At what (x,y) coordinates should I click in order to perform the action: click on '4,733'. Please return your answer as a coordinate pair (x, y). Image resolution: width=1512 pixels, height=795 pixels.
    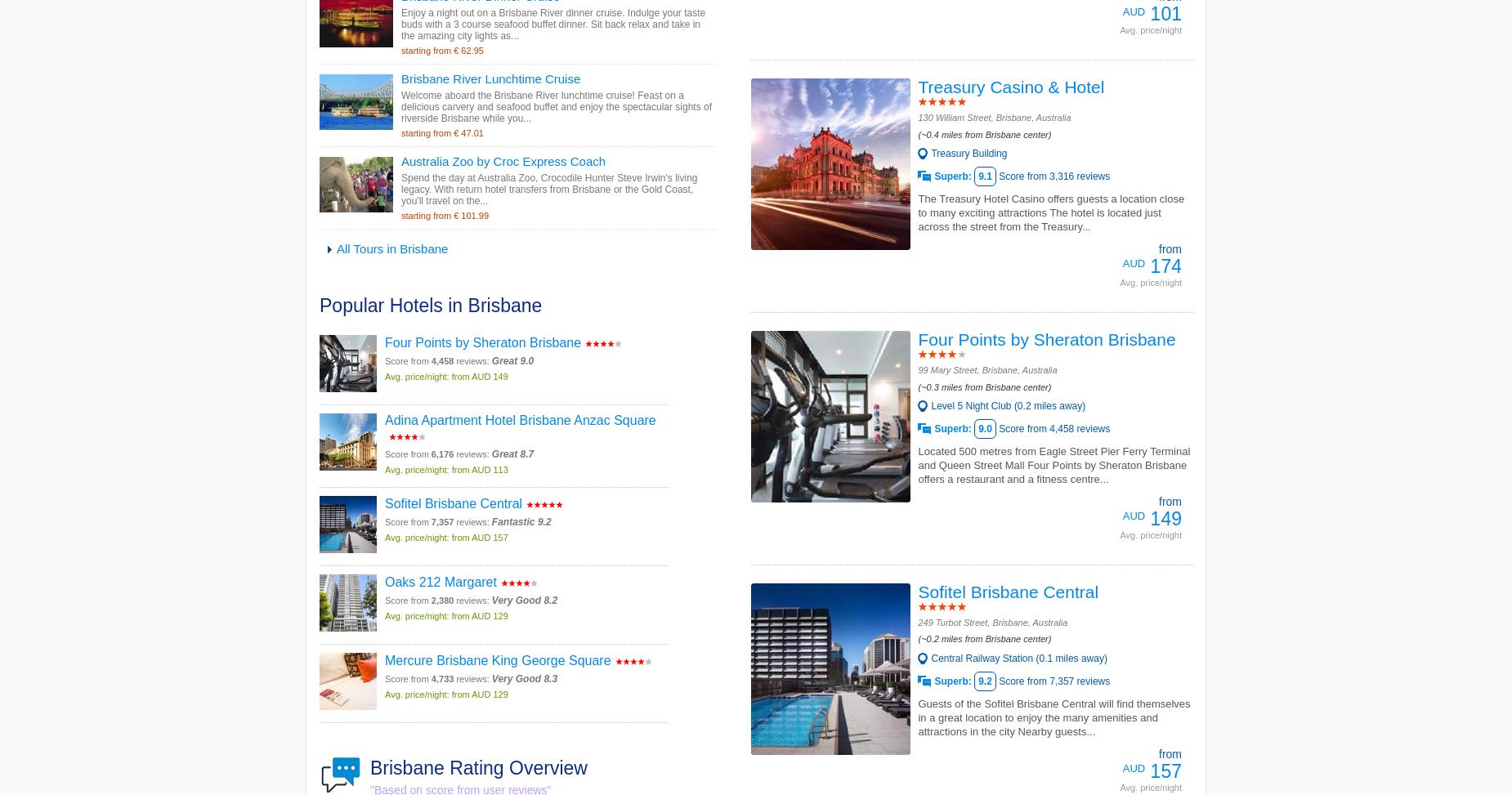
    Looking at the image, I should click on (441, 677).